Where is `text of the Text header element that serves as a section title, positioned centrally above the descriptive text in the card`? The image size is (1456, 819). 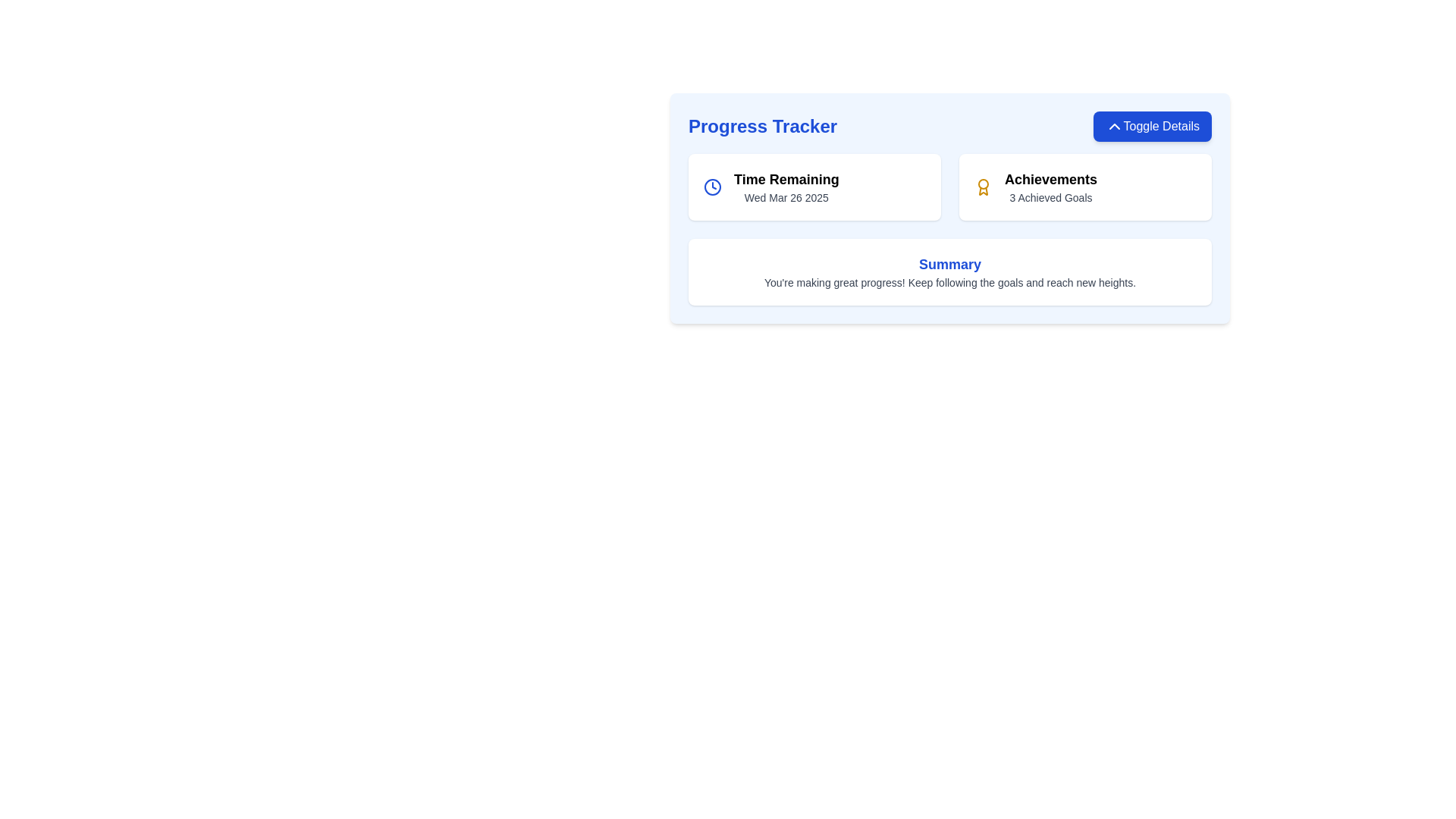 text of the Text header element that serves as a section title, positioned centrally above the descriptive text in the card is located at coordinates (949, 263).